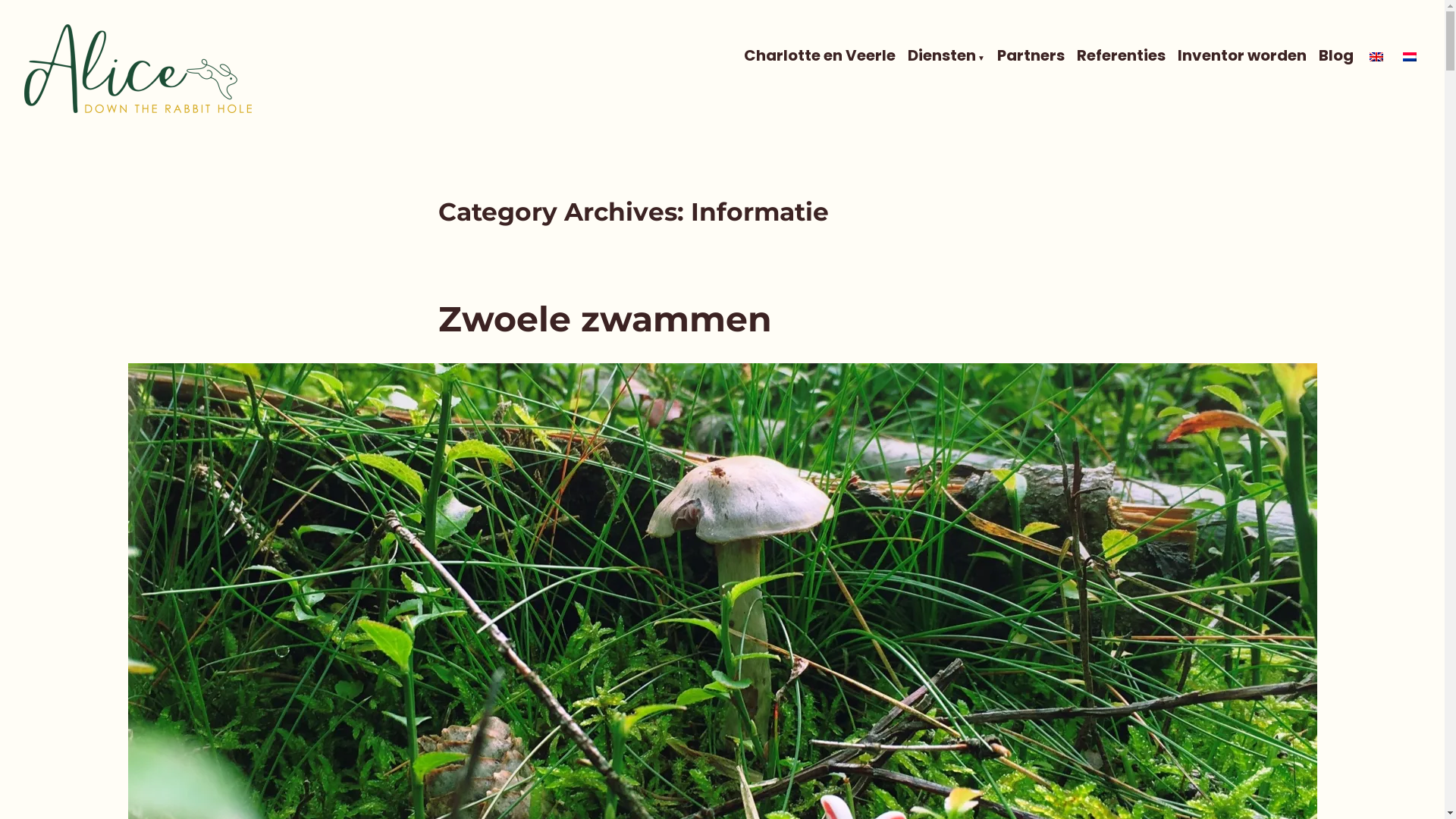 Image resolution: width=1456 pixels, height=819 pixels. I want to click on 'Partners', so click(1031, 55).